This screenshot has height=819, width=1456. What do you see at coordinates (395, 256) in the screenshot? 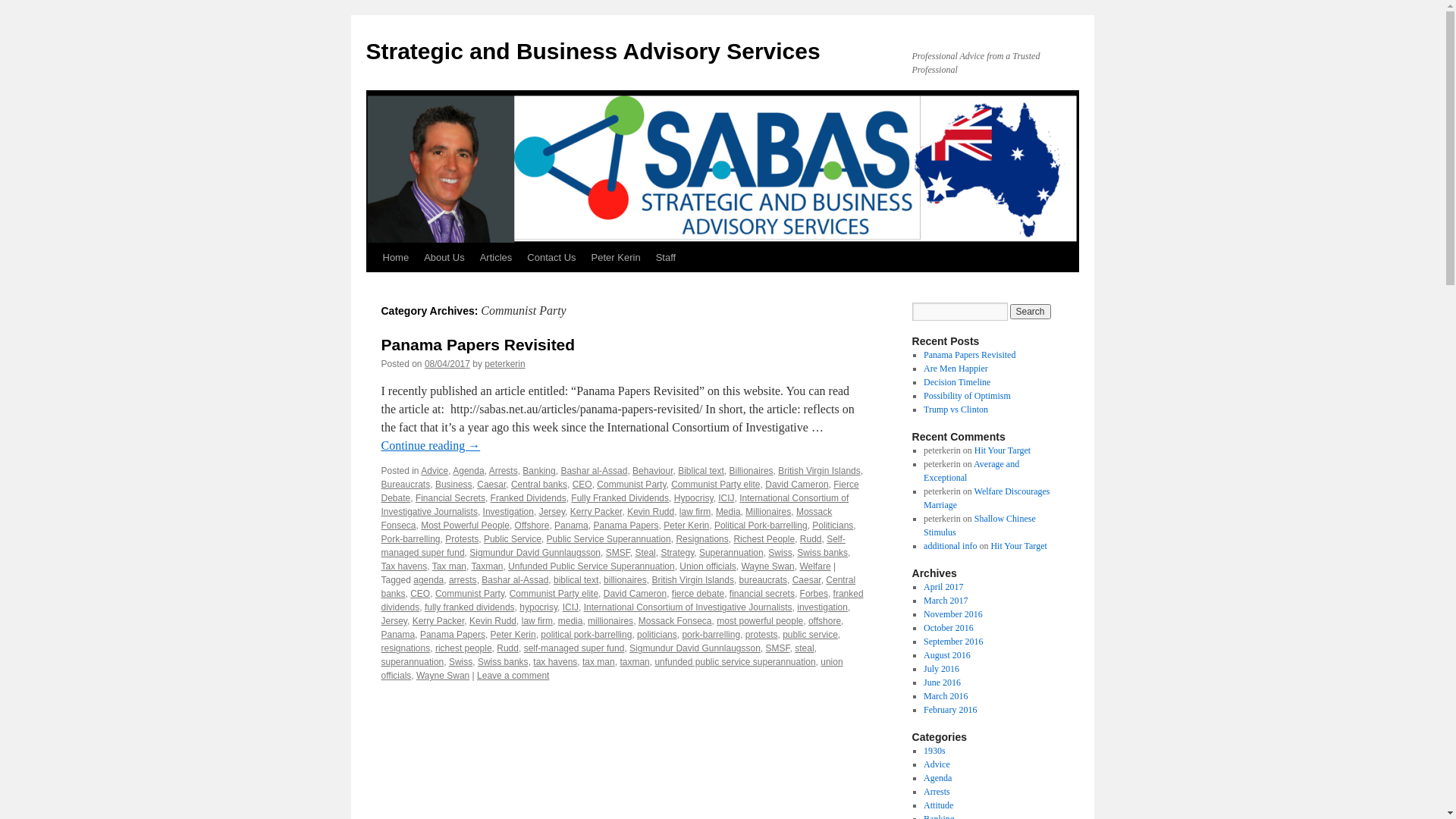
I see `'Home'` at bounding box center [395, 256].